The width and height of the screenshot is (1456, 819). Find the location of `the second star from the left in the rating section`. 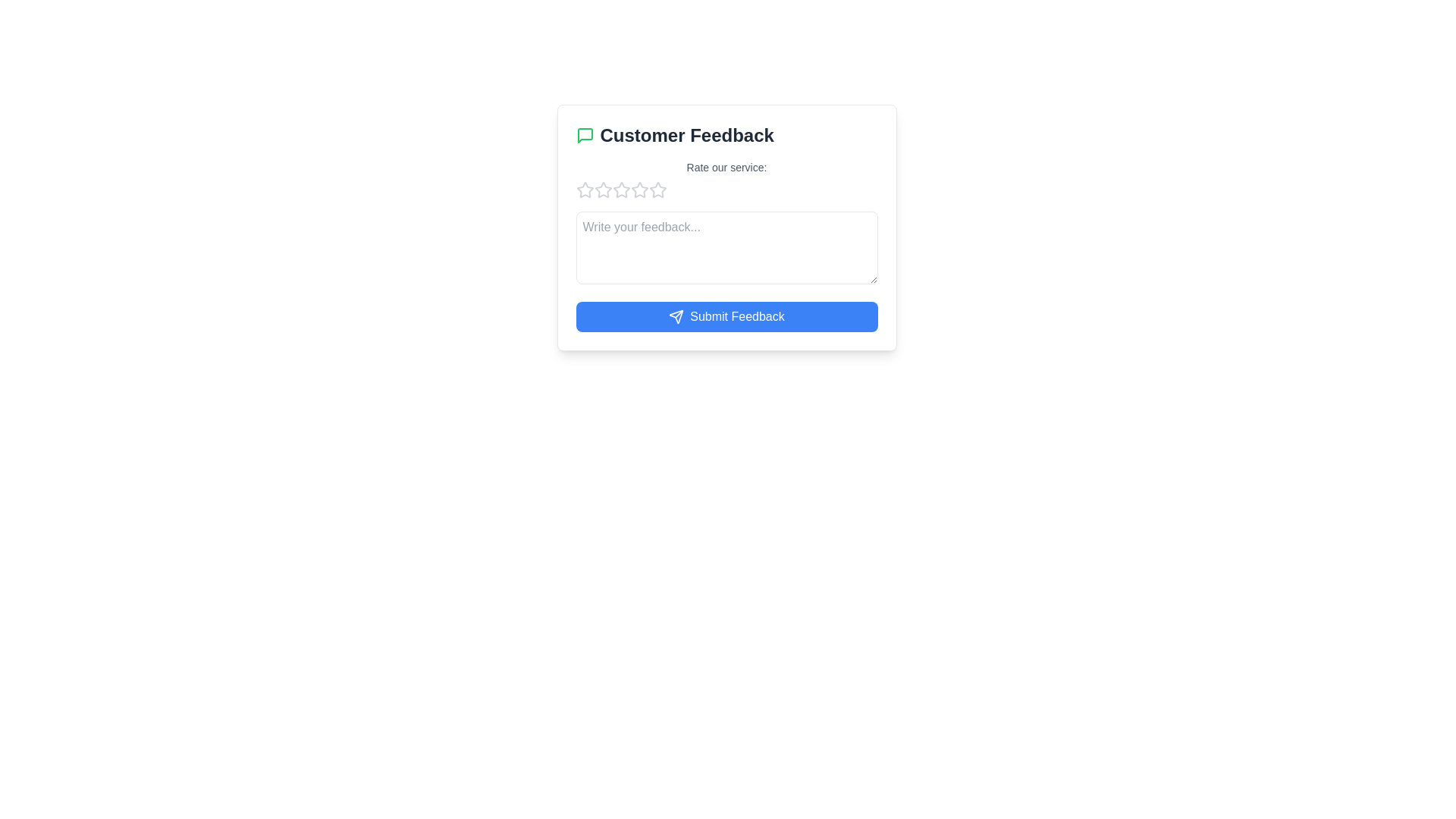

the second star from the left in the rating section is located at coordinates (621, 189).